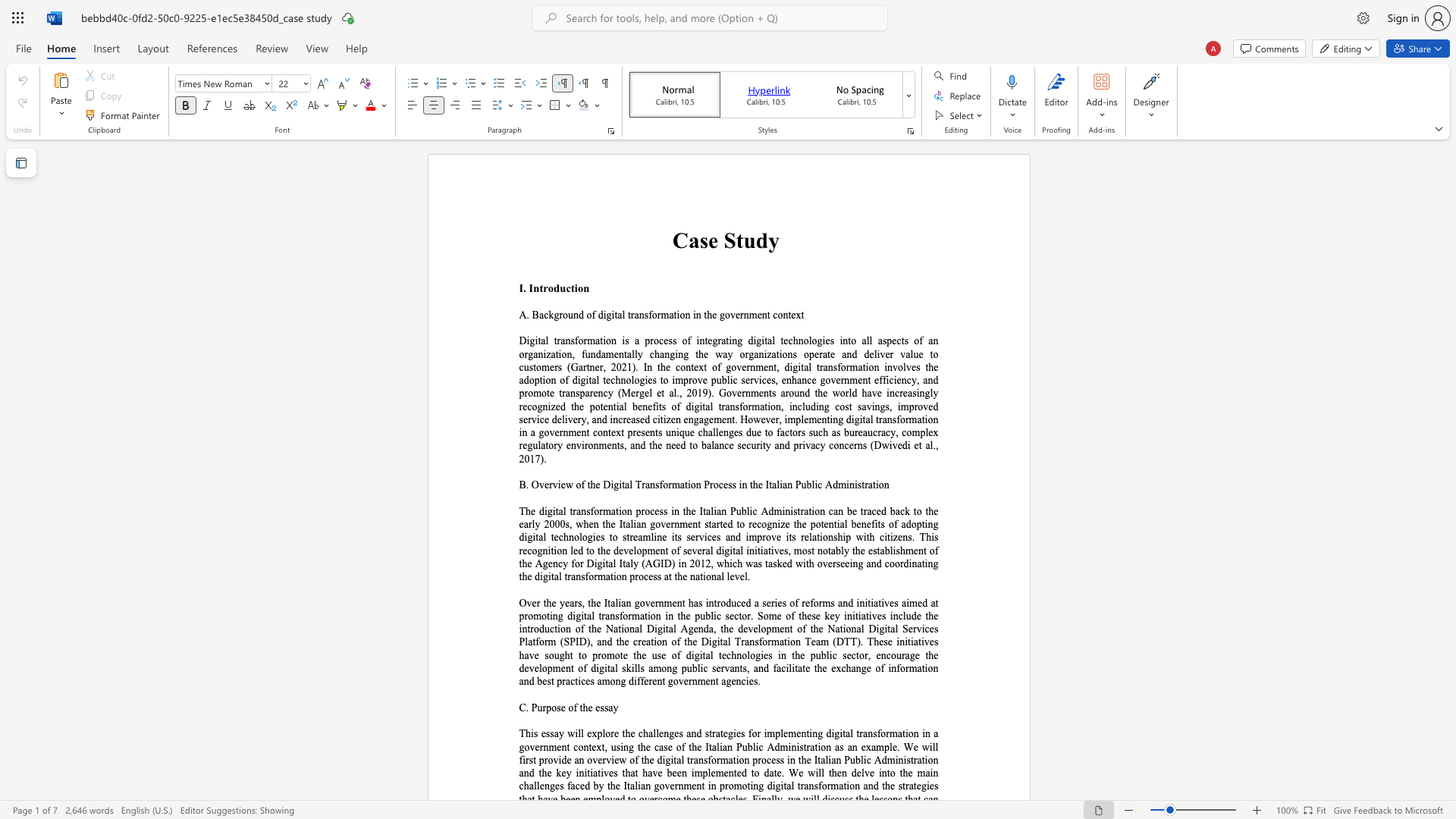 The width and height of the screenshot is (1456, 819). What do you see at coordinates (668, 576) in the screenshot?
I see `the subset text "t th" within the text "on process at the national level."` at bounding box center [668, 576].